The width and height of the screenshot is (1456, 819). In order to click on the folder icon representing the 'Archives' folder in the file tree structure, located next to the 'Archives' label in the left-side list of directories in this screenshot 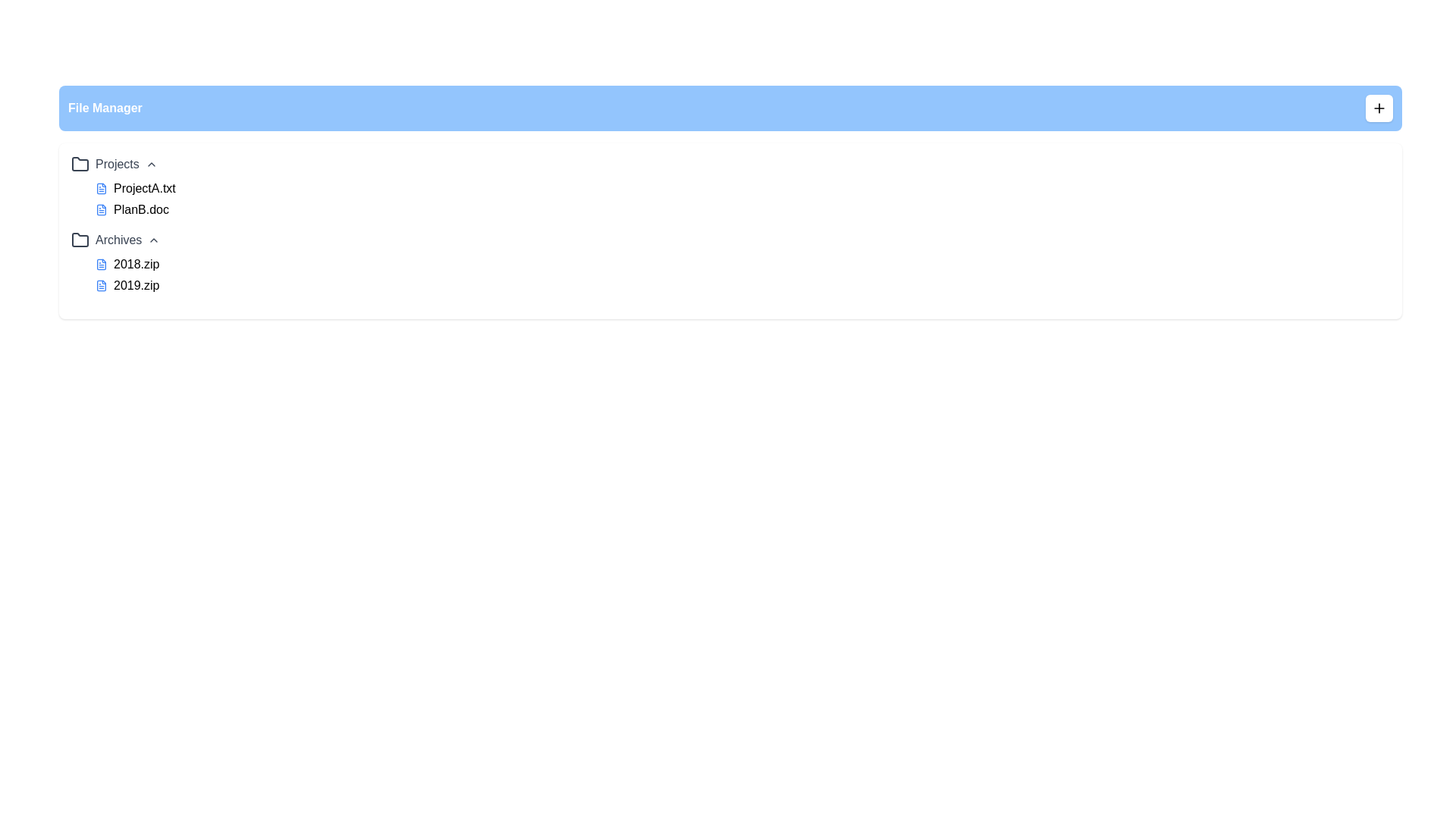, I will do `click(79, 239)`.